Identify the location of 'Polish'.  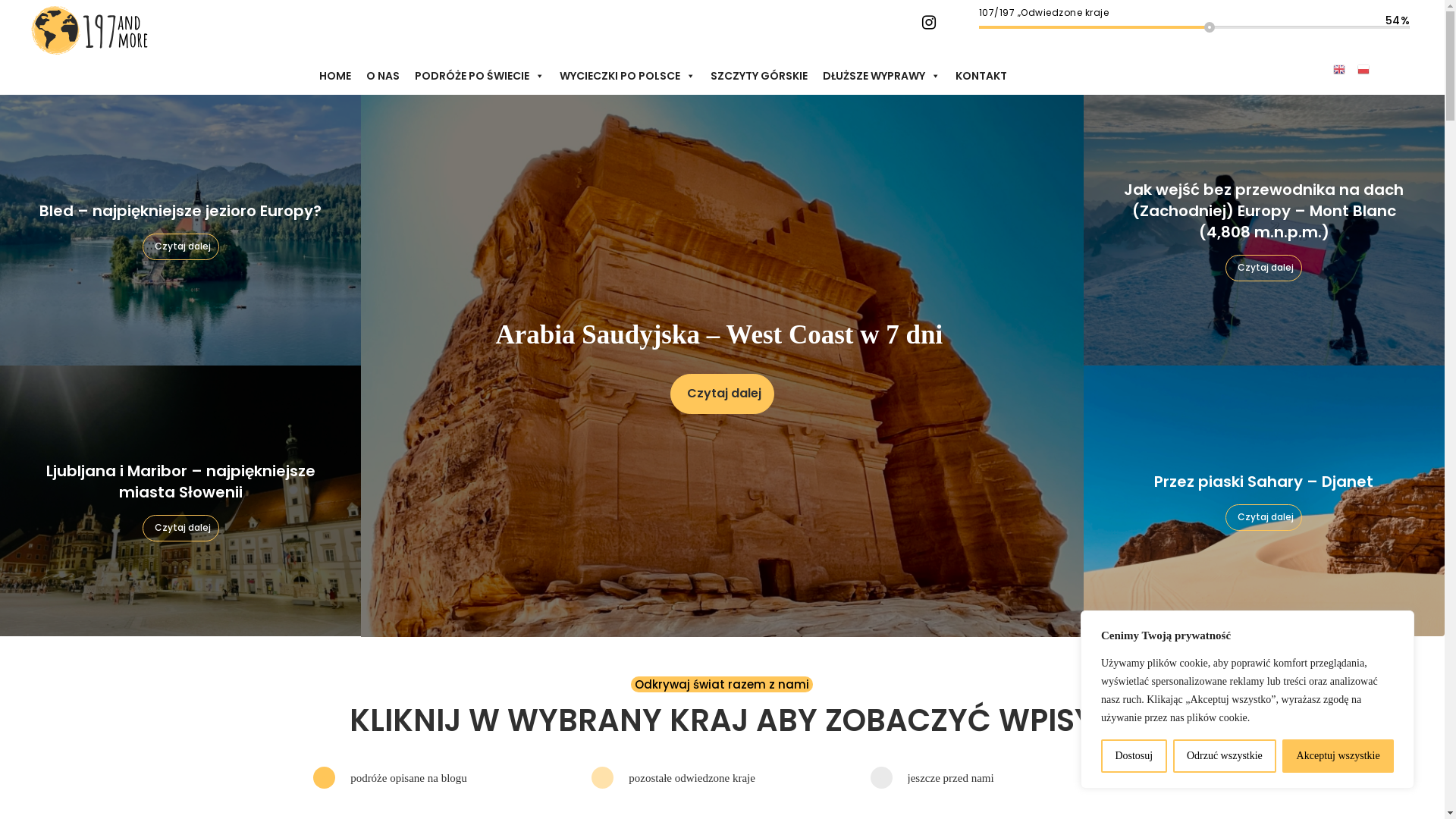
(1363, 68).